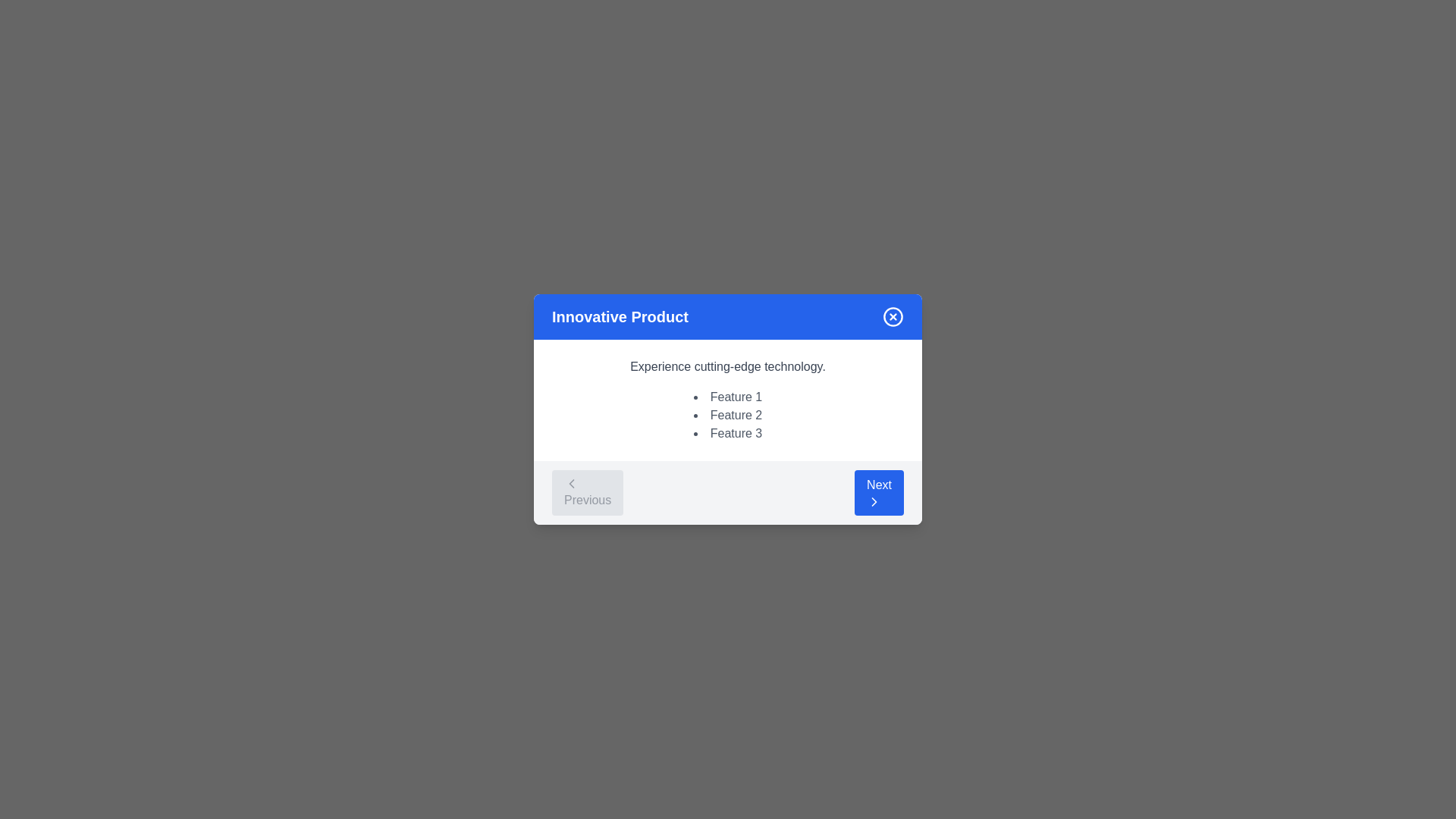 This screenshot has height=819, width=1456. What do you see at coordinates (620, 315) in the screenshot?
I see `the static text label located at the top-left side of the blue banner section, which provides context to the dialog contents` at bounding box center [620, 315].